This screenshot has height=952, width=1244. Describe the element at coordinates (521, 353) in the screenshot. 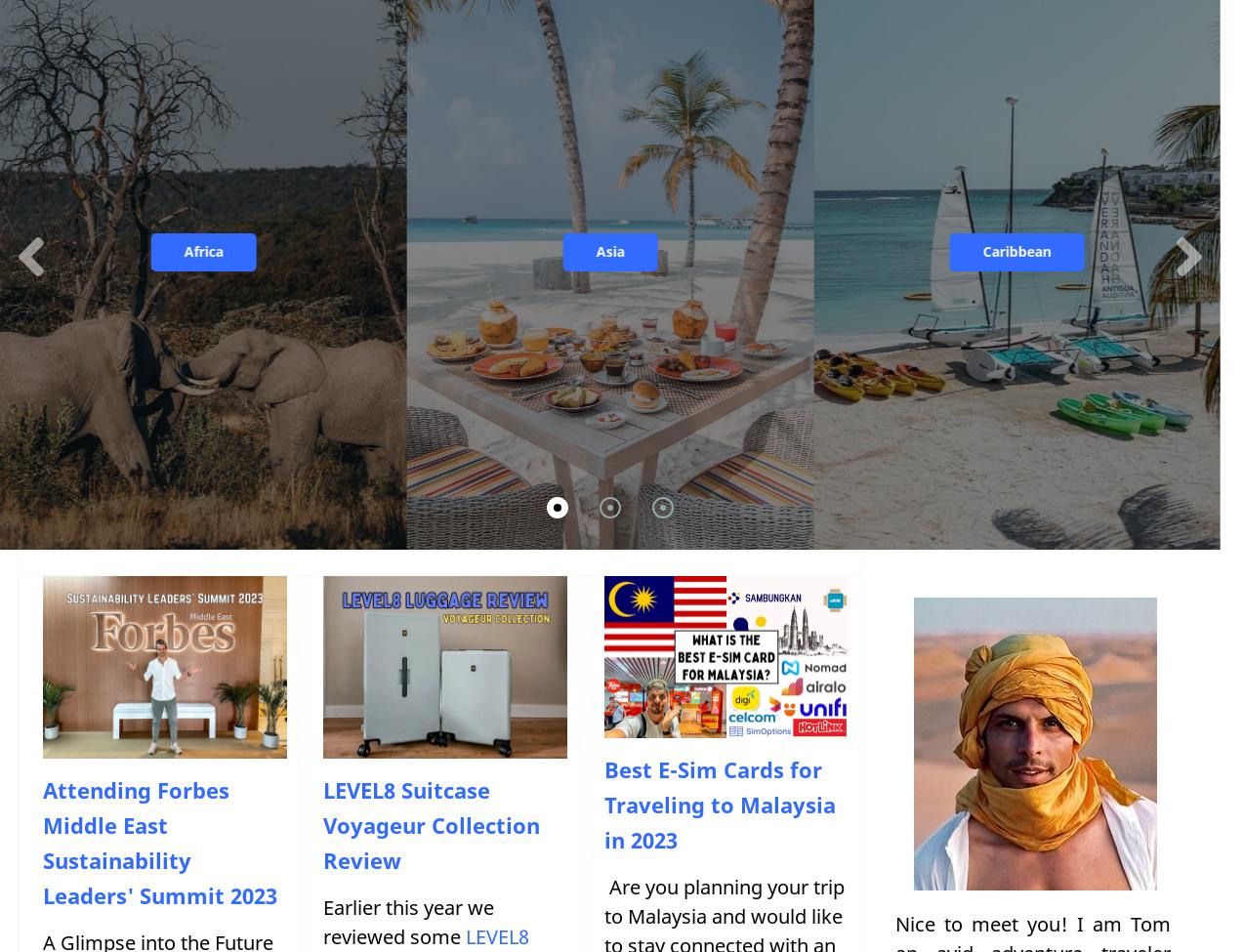

I see `'Slovenia'` at that location.